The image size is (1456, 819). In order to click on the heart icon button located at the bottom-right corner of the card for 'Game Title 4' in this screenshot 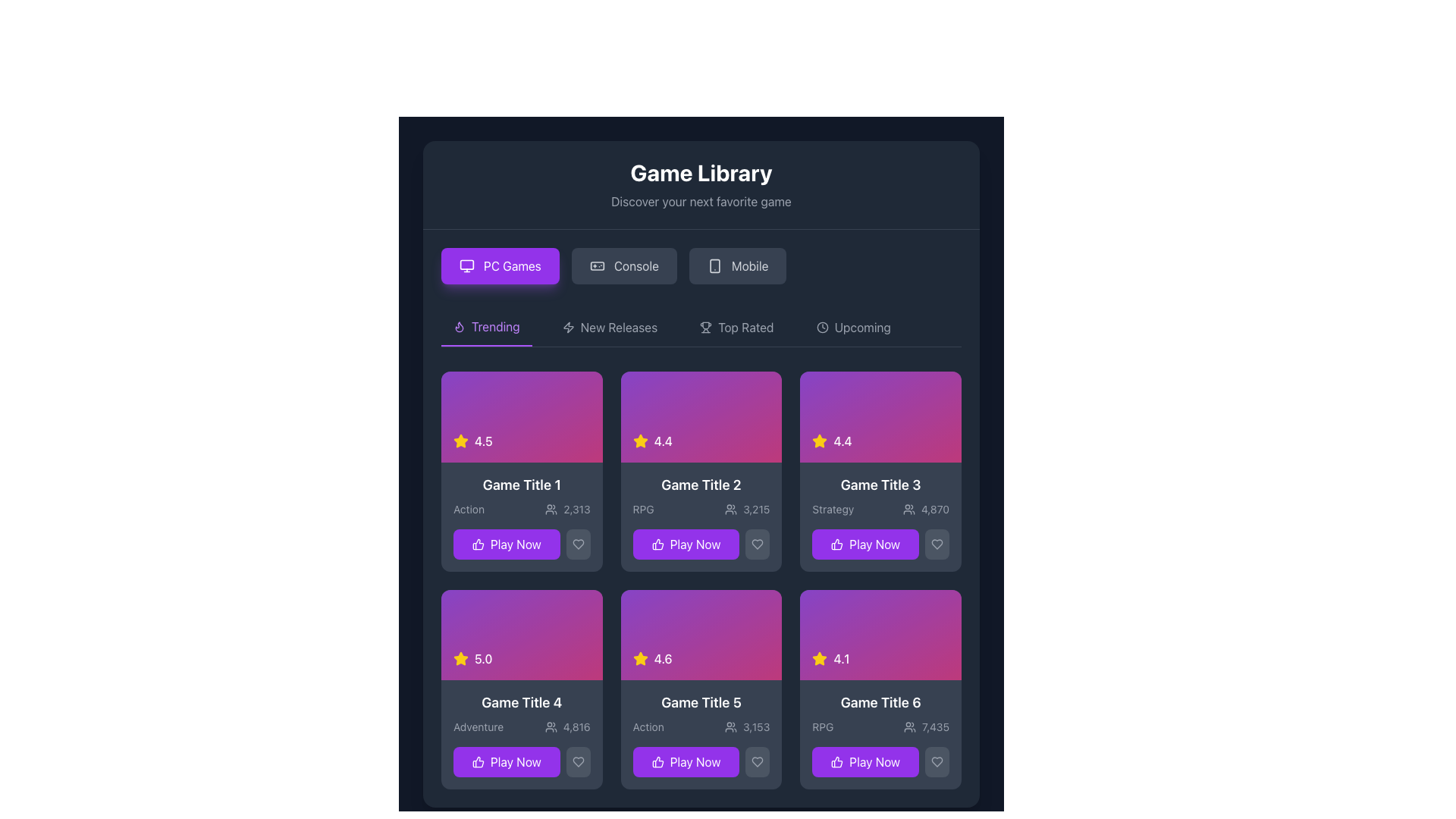, I will do `click(577, 762)`.